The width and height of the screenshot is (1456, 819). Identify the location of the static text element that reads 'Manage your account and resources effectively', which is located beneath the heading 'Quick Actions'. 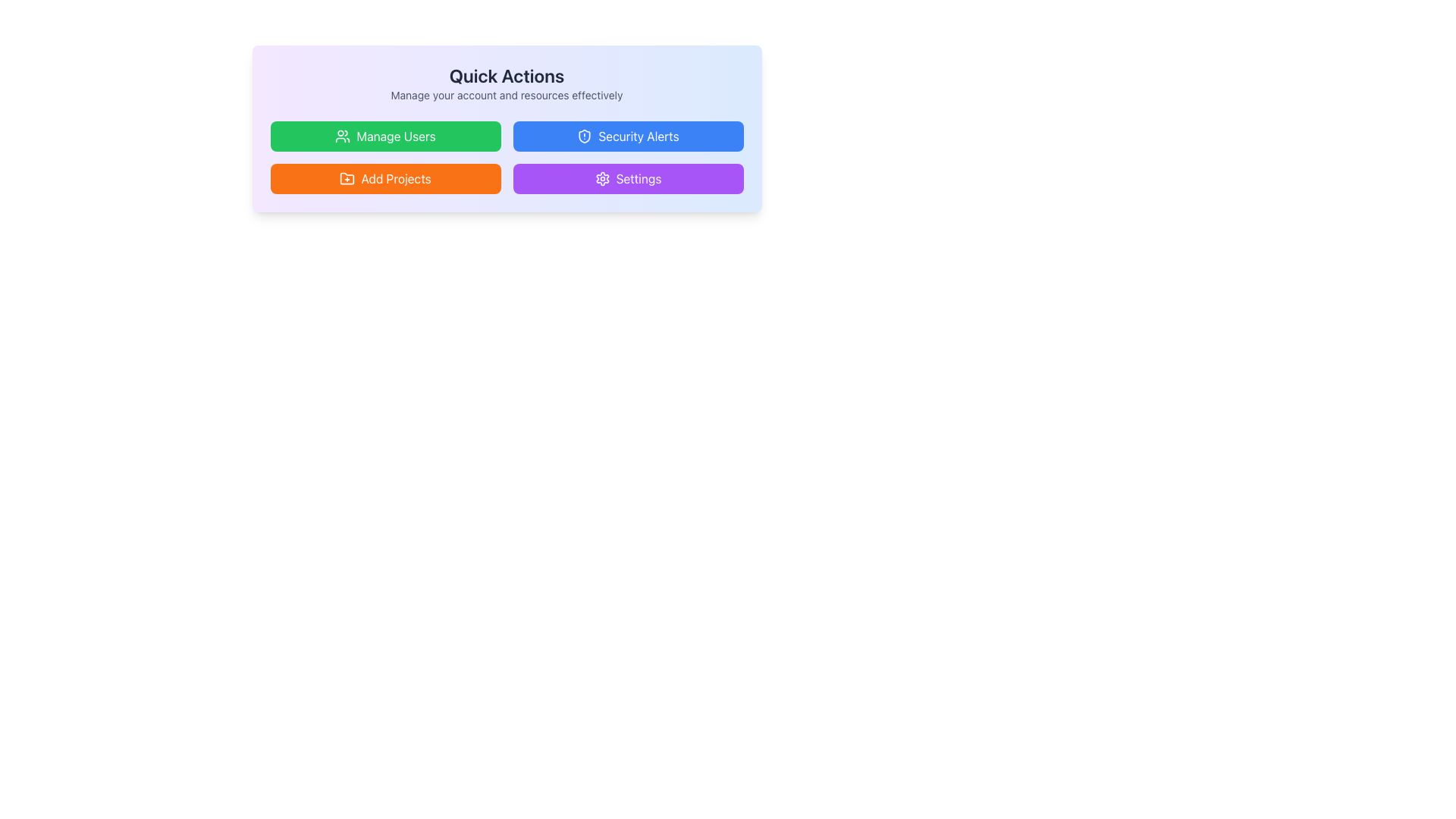
(507, 96).